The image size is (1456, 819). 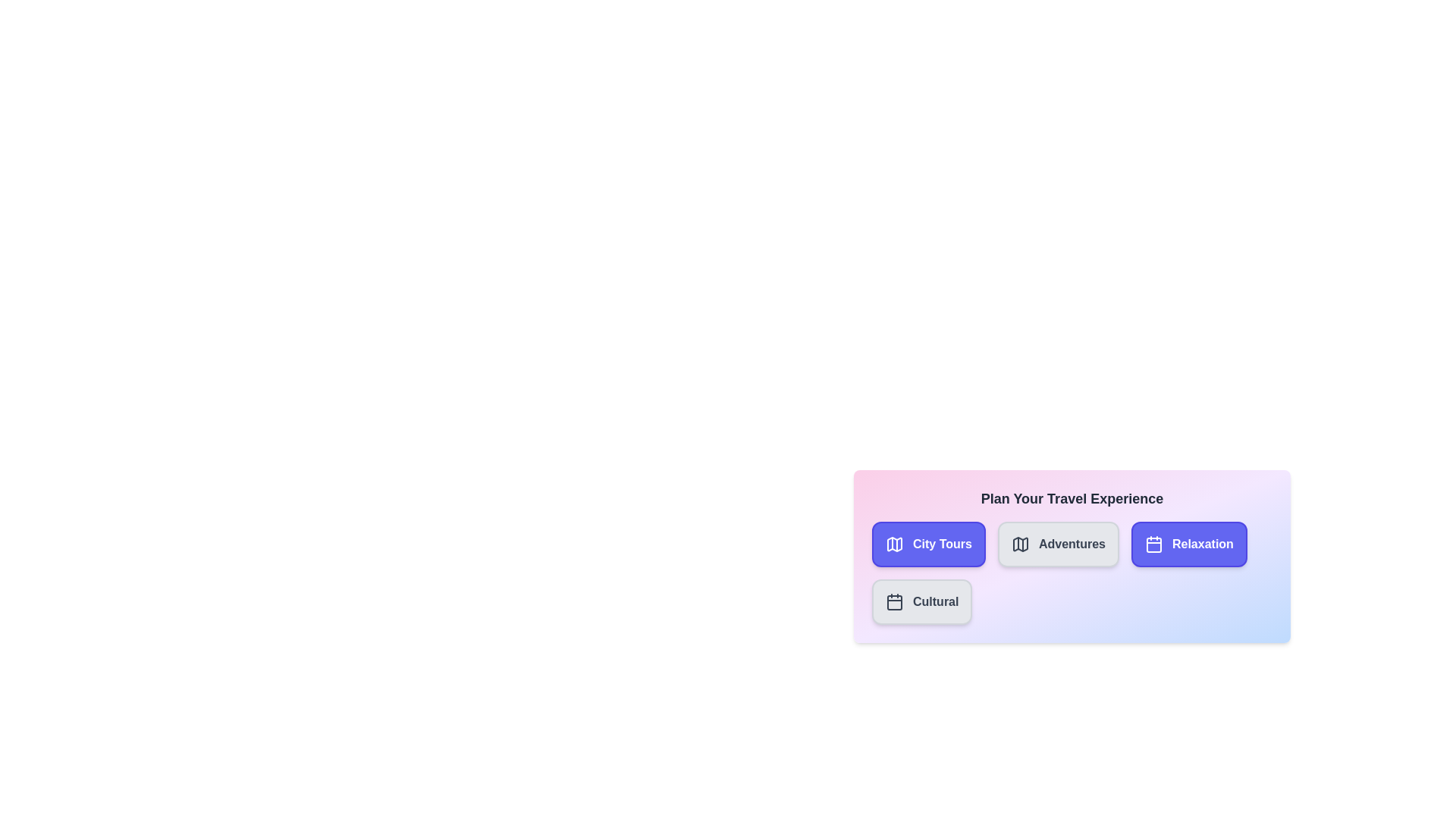 What do you see at coordinates (1188, 543) in the screenshot?
I see `the category Relaxation` at bounding box center [1188, 543].